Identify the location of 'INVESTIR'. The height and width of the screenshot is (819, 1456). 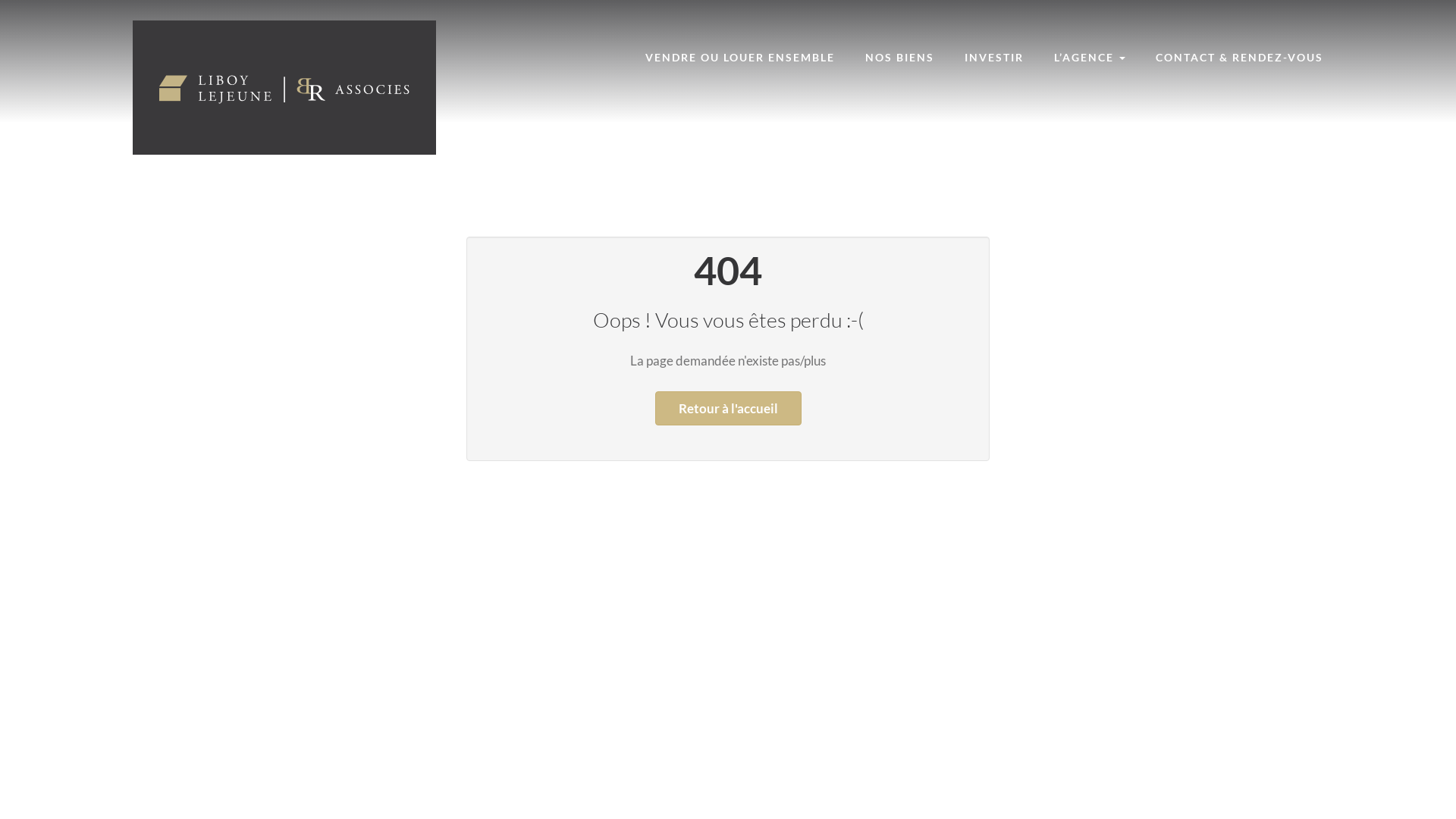
(993, 56).